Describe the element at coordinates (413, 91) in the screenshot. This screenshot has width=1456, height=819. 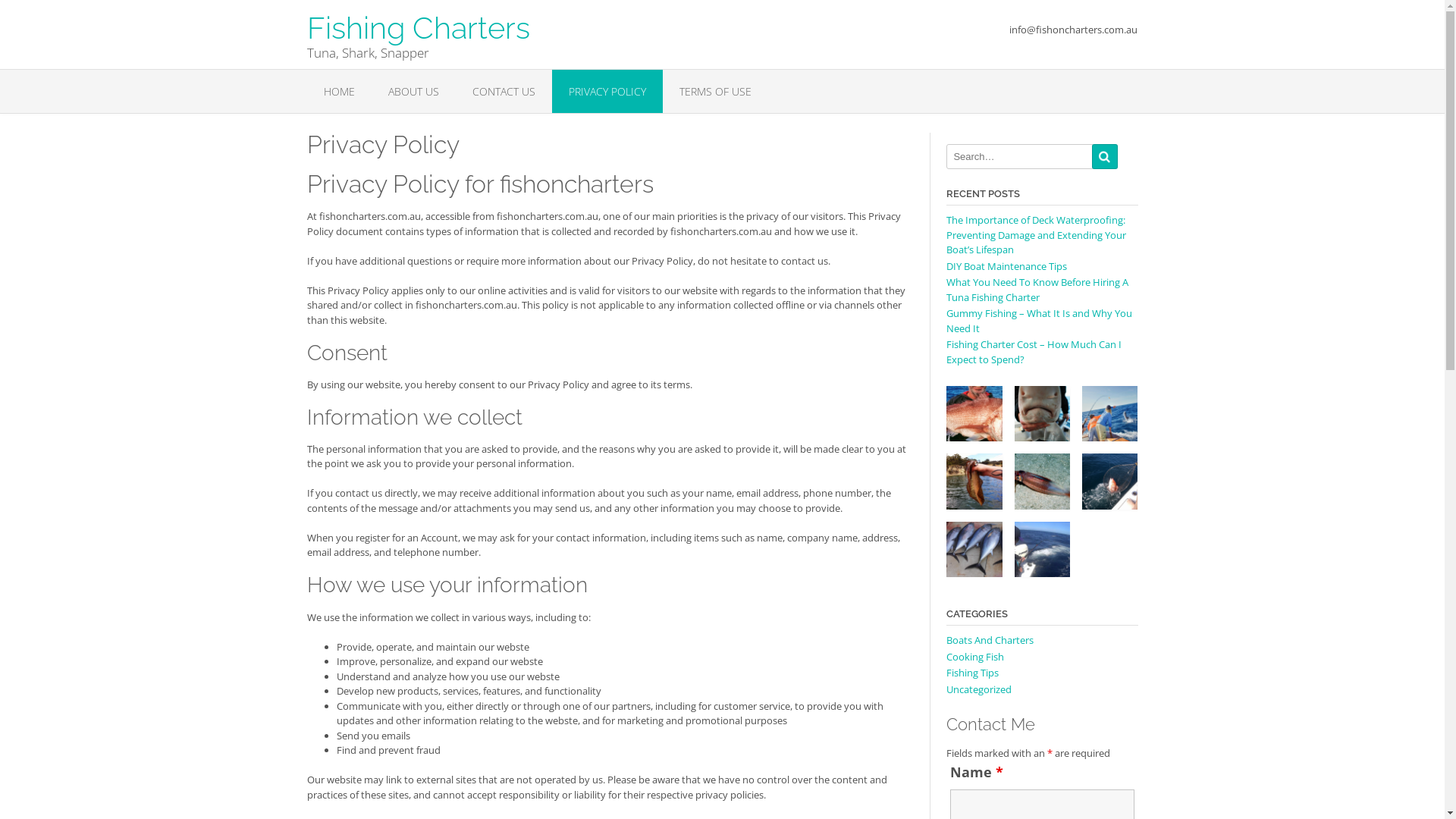
I see `'ABOUT US'` at that location.